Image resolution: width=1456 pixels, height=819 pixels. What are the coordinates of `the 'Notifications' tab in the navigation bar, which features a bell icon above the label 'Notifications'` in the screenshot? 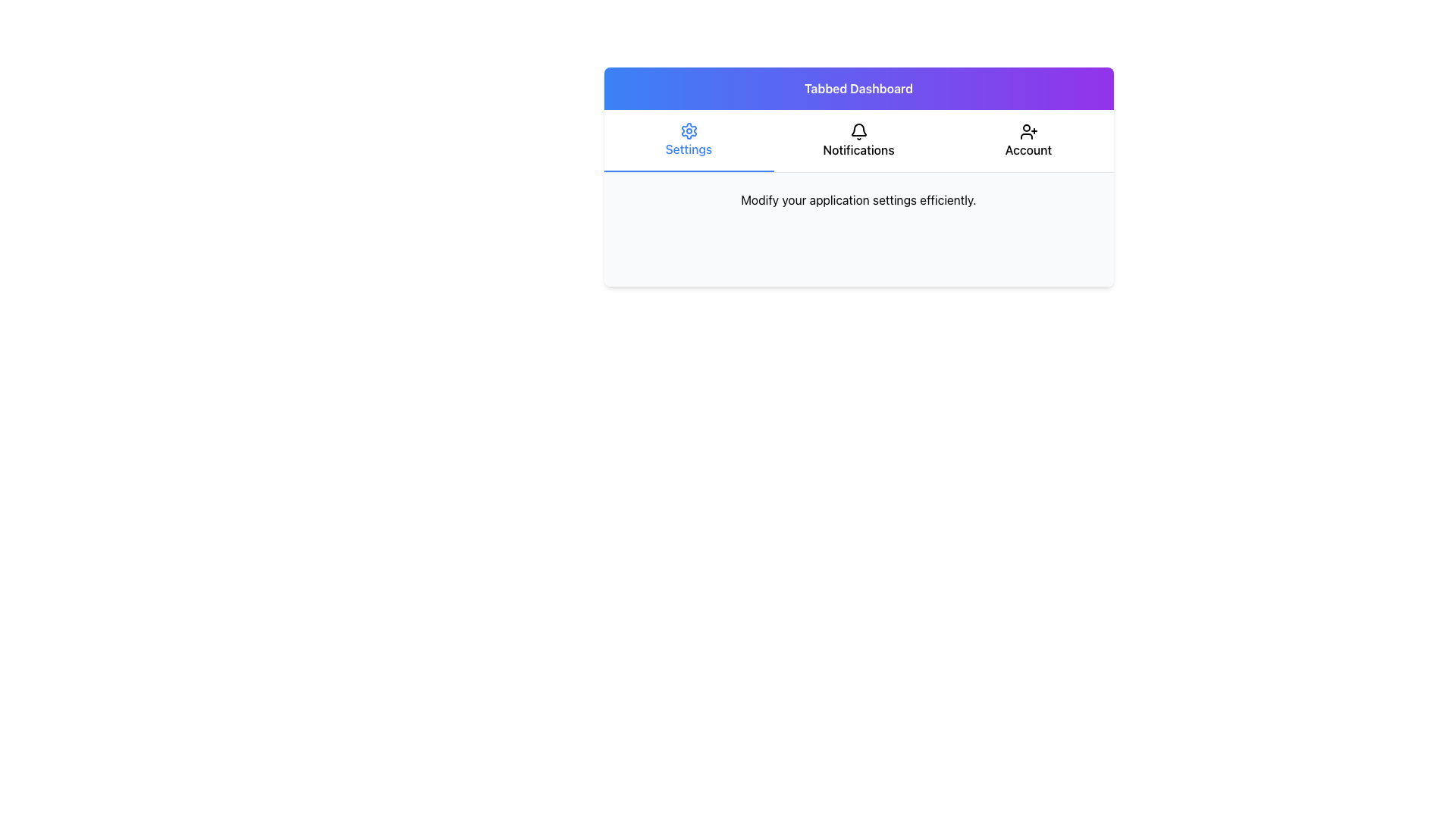 It's located at (858, 140).